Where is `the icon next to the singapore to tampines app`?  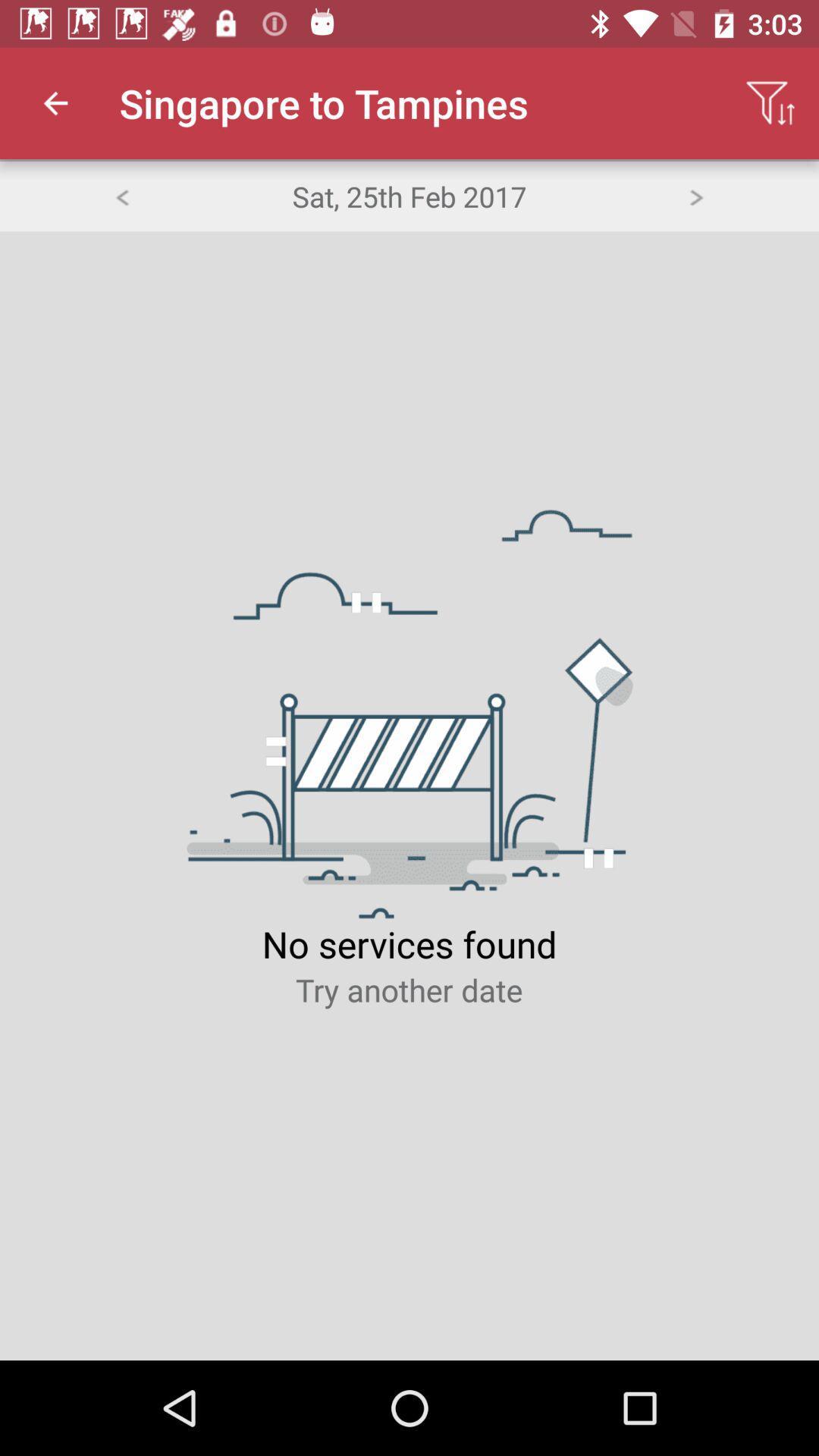
the icon next to the singapore to tampines app is located at coordinates (770, 102).